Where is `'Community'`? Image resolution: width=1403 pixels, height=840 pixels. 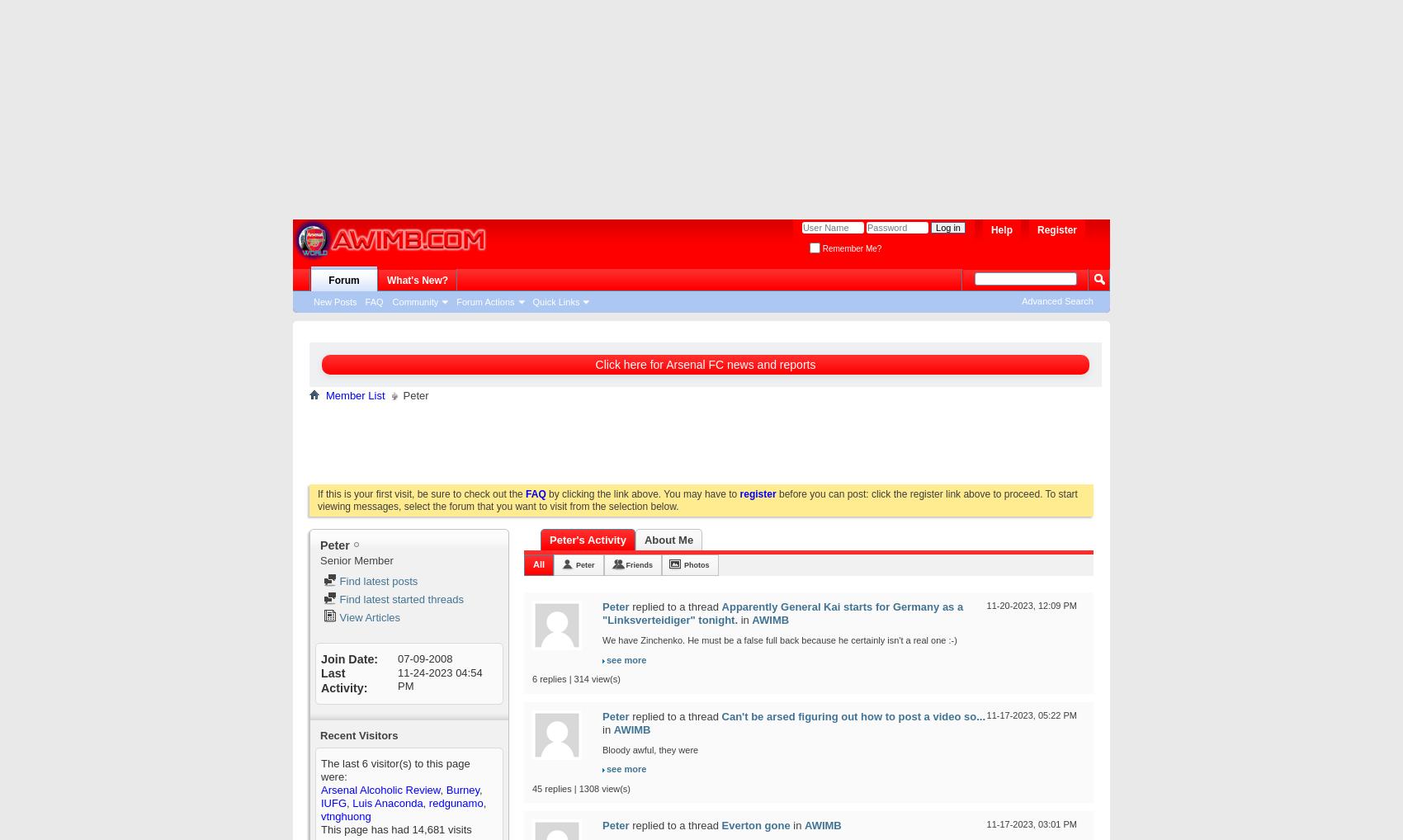
'Community' is located at coordinates (391, 300).